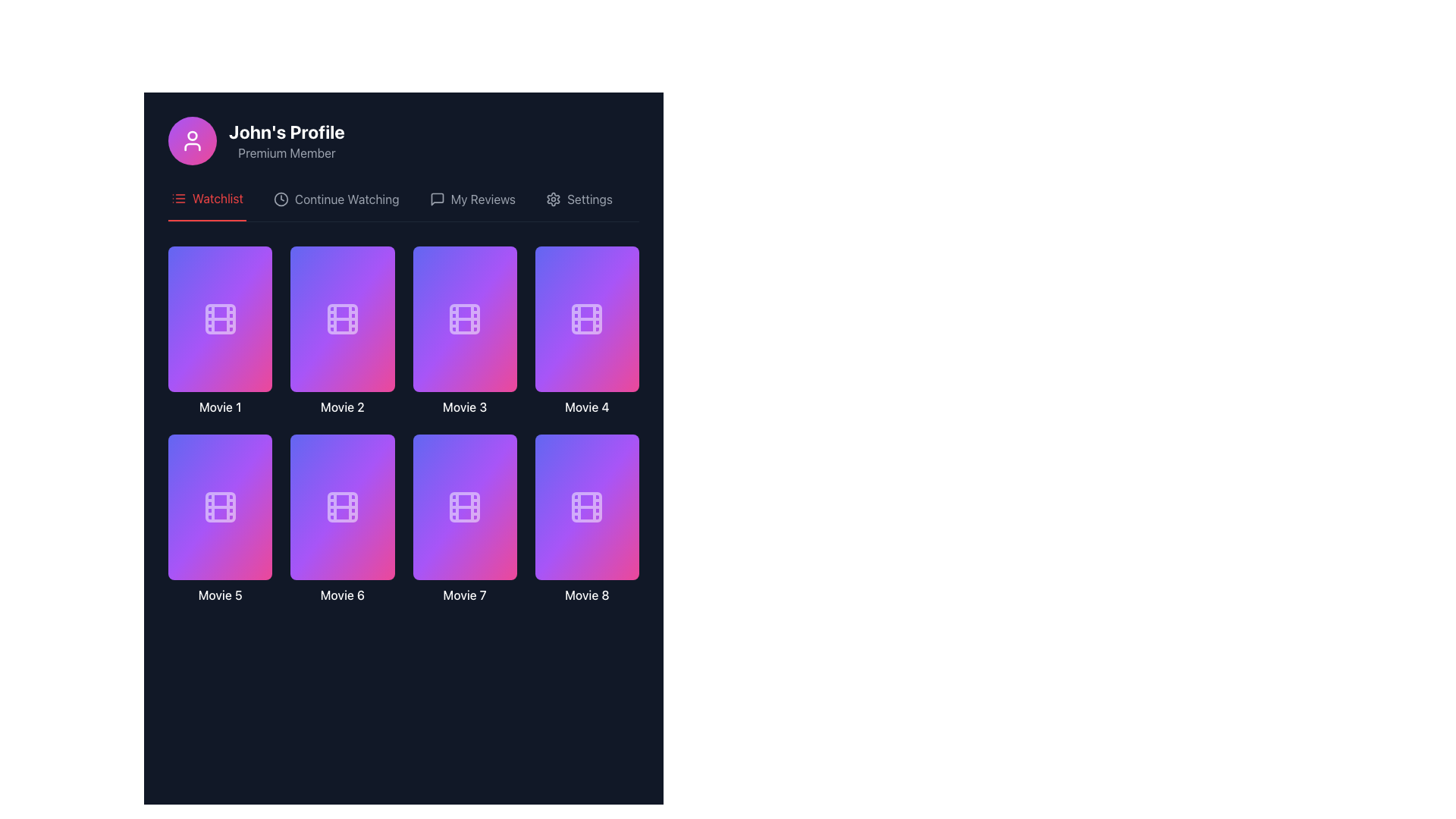  Describe the element at coordinates (586, 318) in the screenshot. I see `the decorative card with a film reel icon, which is the fourth item` at that location.